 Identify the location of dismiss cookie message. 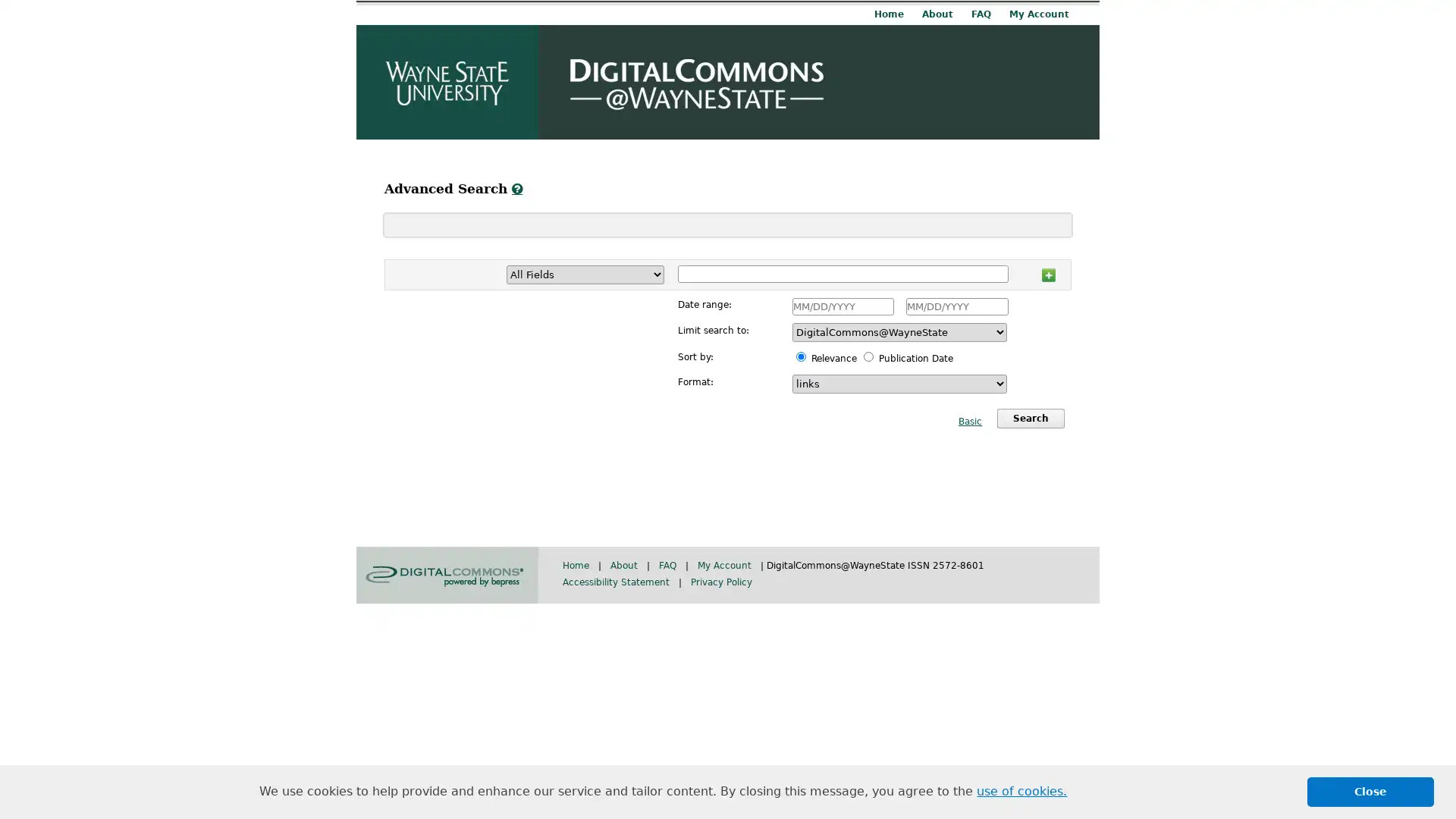
(1370, 791).